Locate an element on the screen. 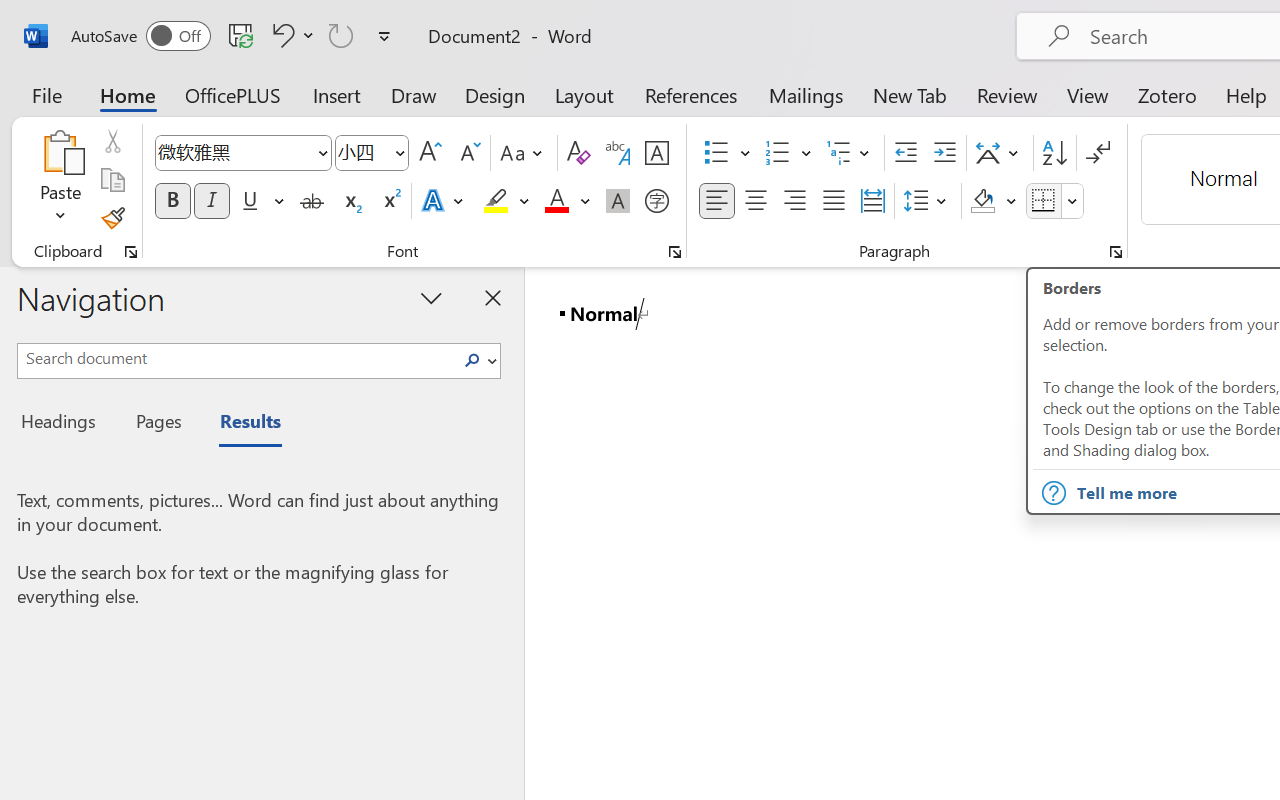 Image resolution: width=1280 pixels, height=800 pixels. 'Align Right' is located at coordinates (793, 201).